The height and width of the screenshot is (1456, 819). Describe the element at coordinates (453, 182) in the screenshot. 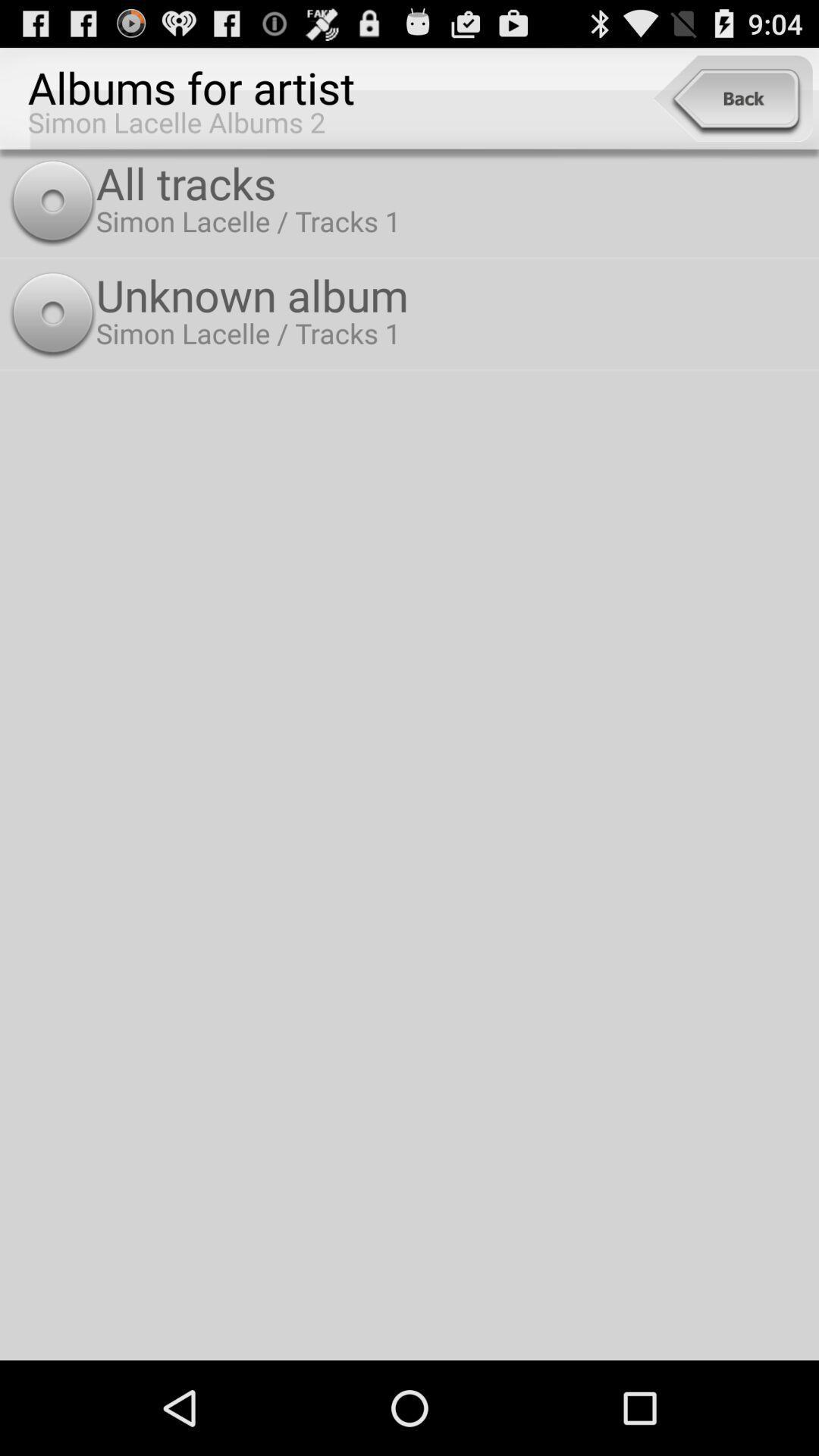

I see `the all tracks app` at that location.